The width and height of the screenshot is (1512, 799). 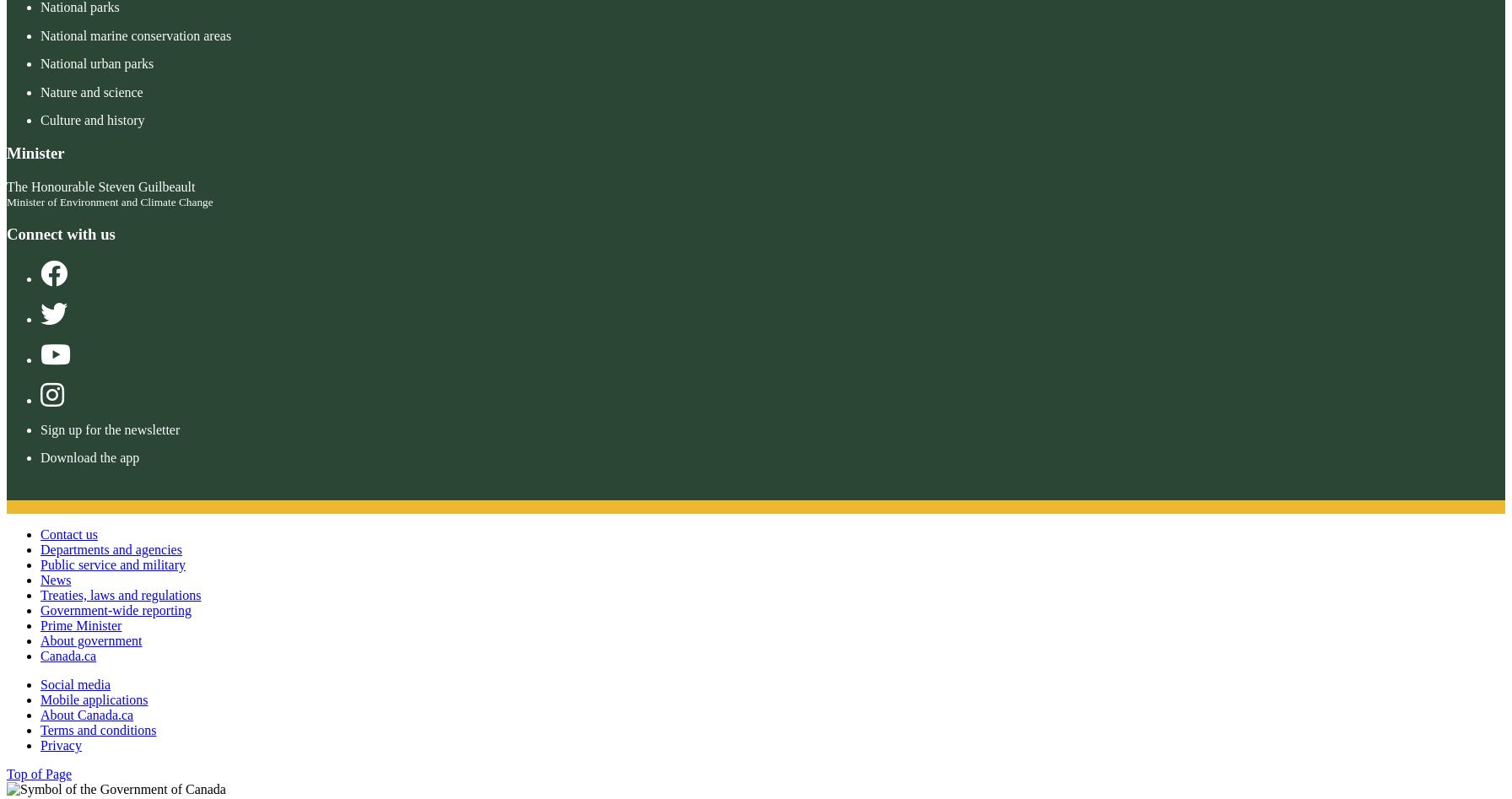 I want to click on 'News', so click(x=55, y=578).